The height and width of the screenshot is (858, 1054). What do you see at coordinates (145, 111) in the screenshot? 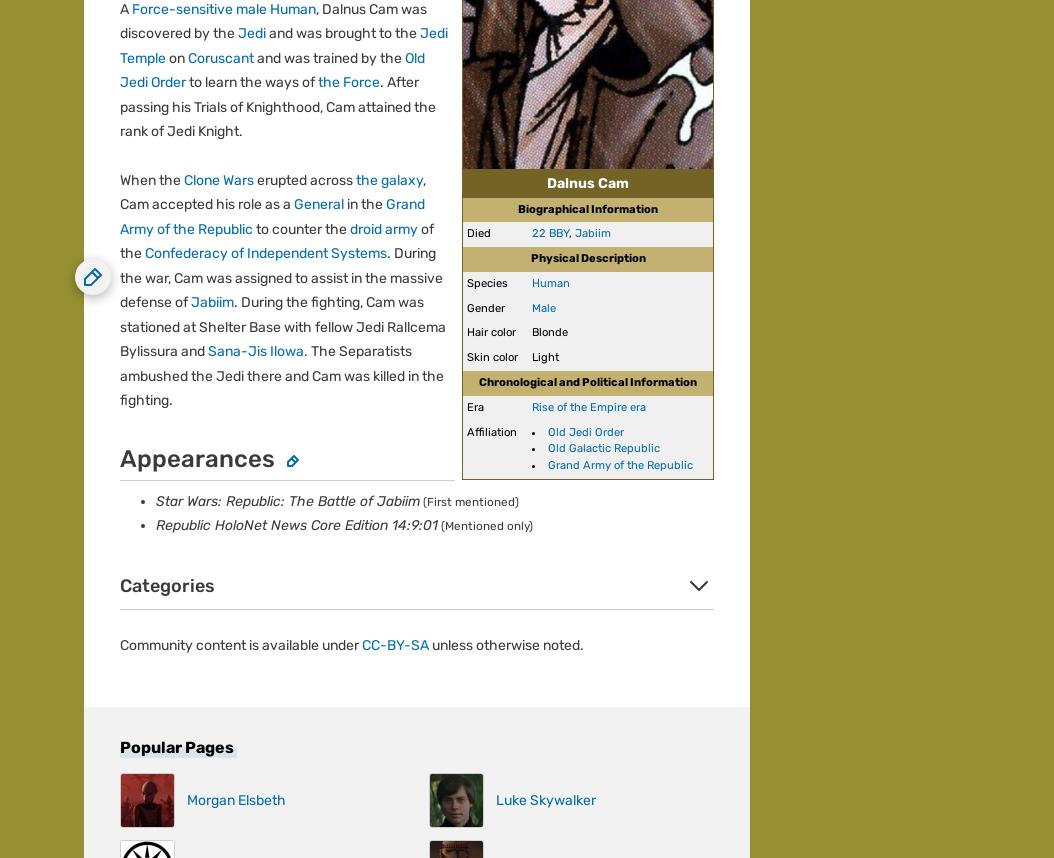
I see `'Community Central'` at bounding box center [145, 111].